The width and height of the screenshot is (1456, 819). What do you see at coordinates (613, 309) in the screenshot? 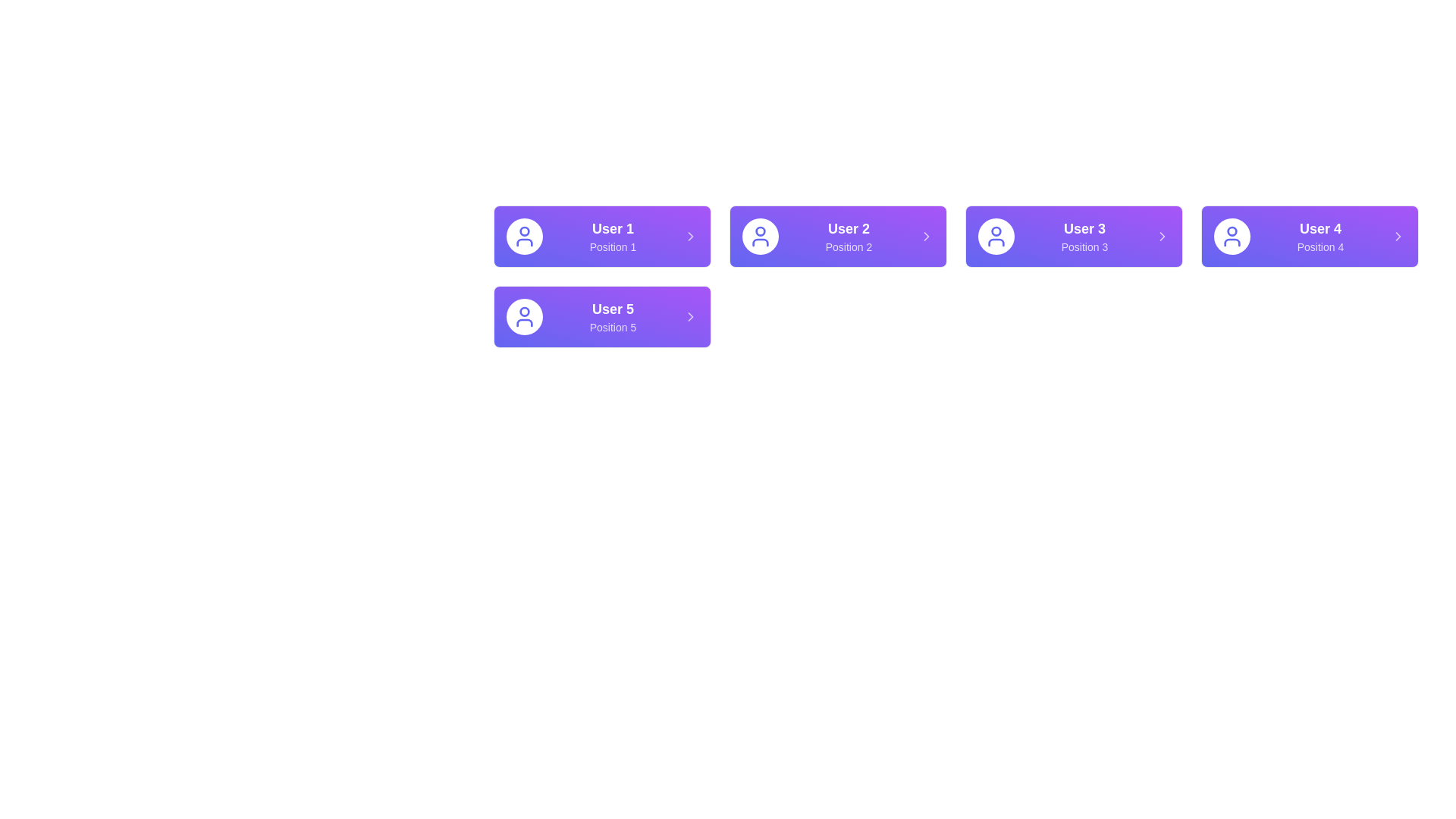
I see `text label that displays 'User 5', which is prominently styled in white on a purple background, located in the second card of the second row` at bounding box center [613, 309].